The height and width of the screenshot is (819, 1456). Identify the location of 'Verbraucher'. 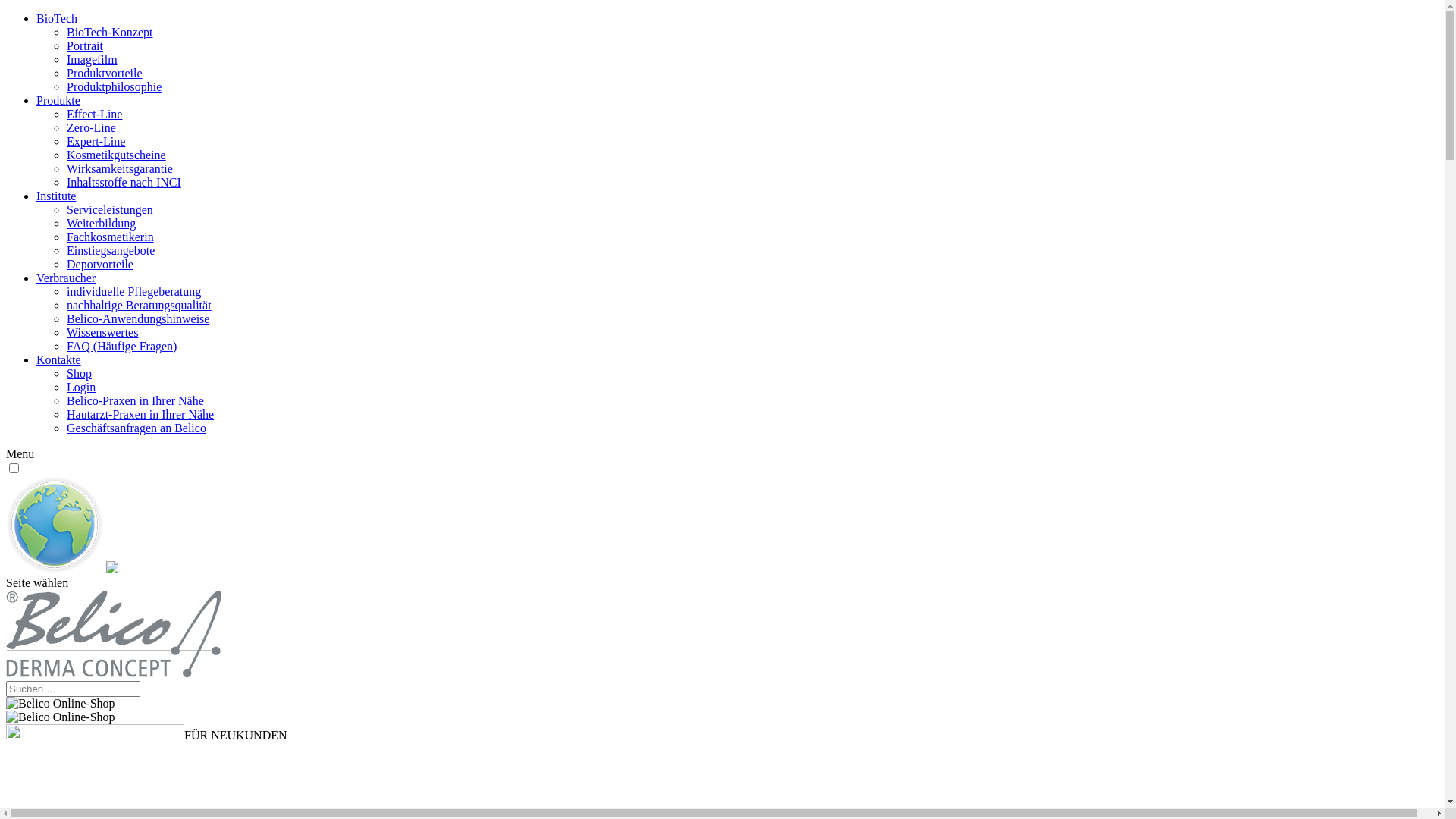
(64, 278).